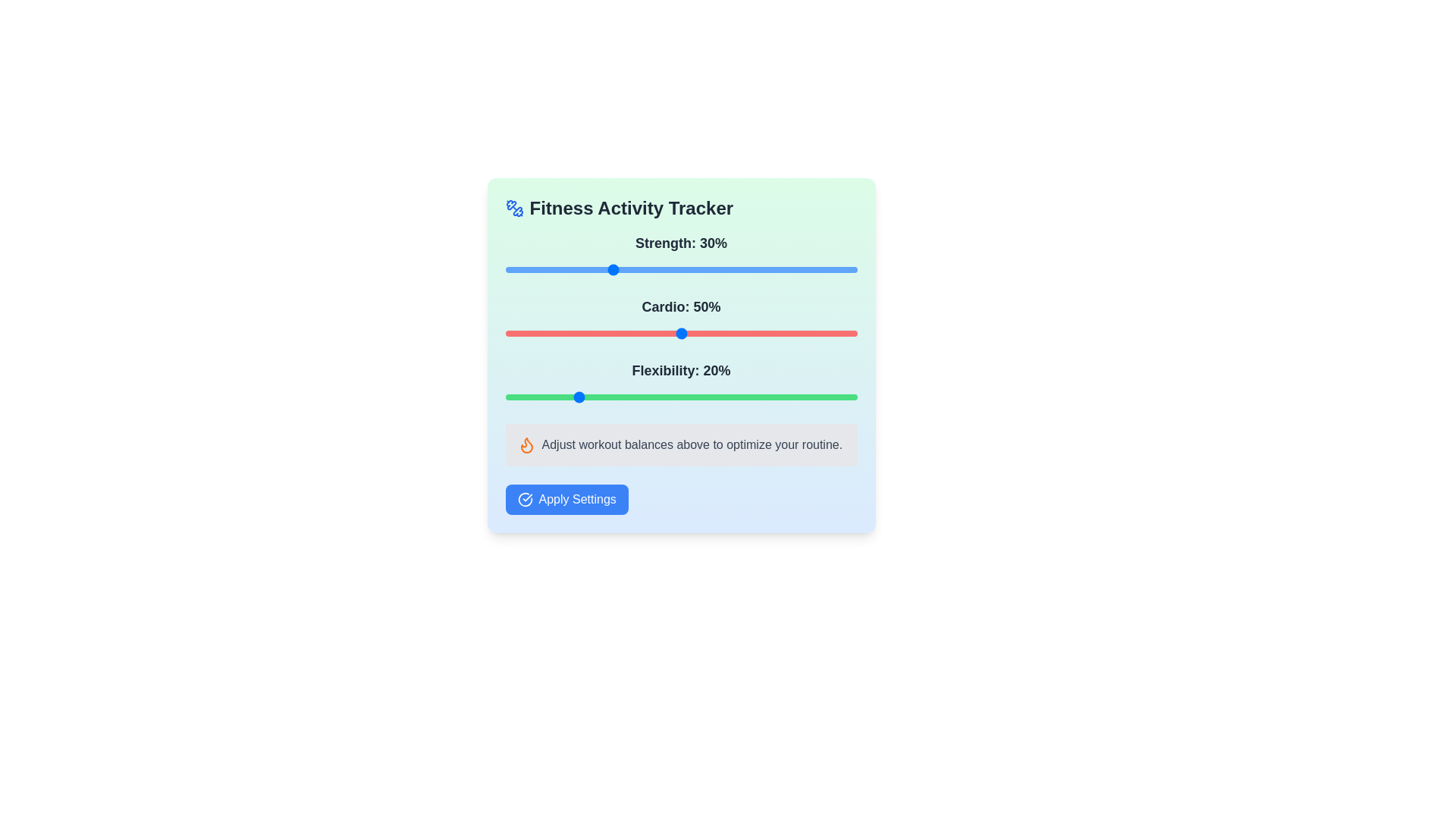 This screenshot has width=1456, height=819. What do you see at coordinates (762, 268) in the screenshot?
I see `the strength value` at bounding box center [762, 268].